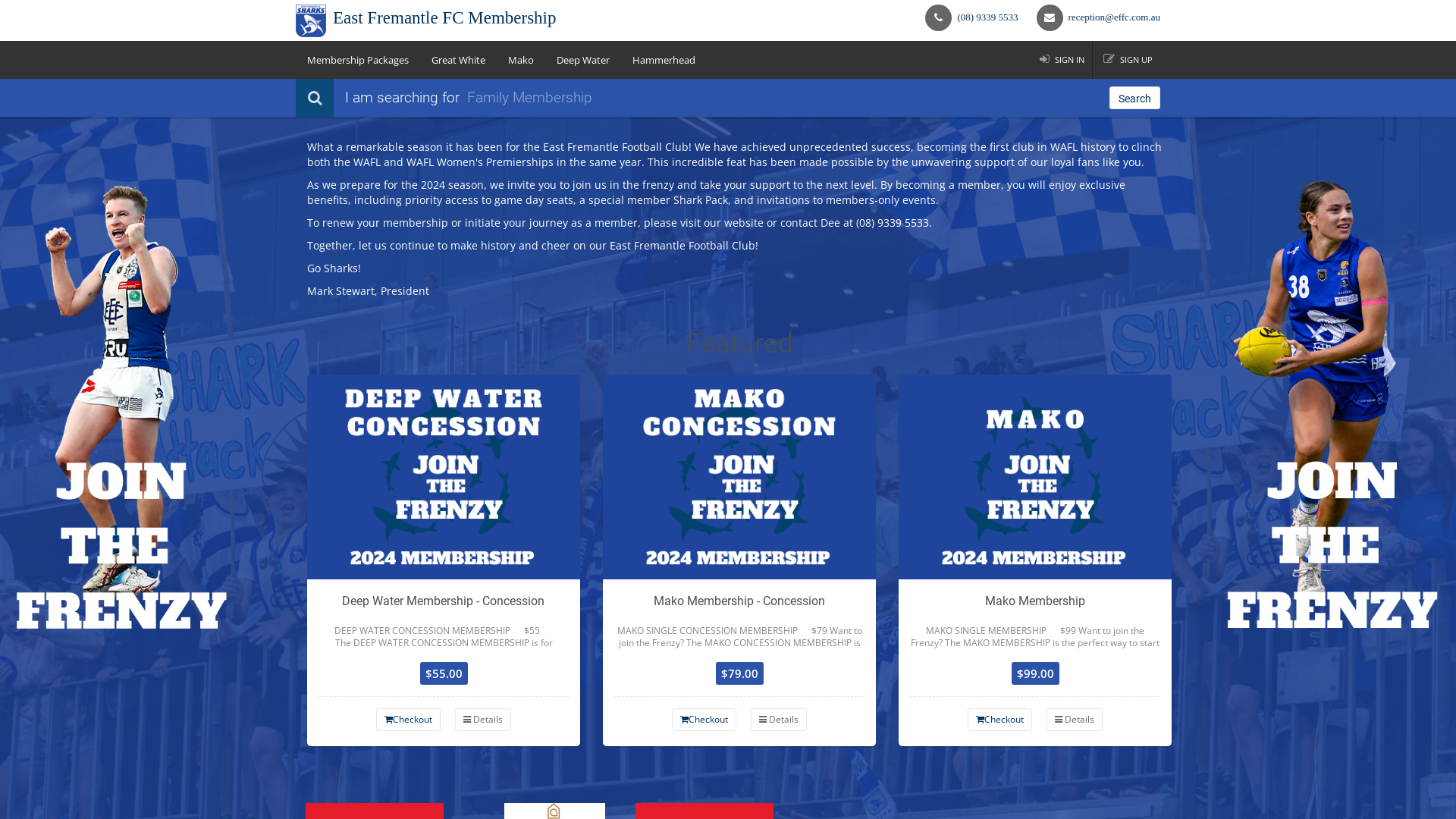 The image size is (1456, 819). Describe the element at coordinates (1134, 97) in the screenshot. I see `'Search'` at that location.